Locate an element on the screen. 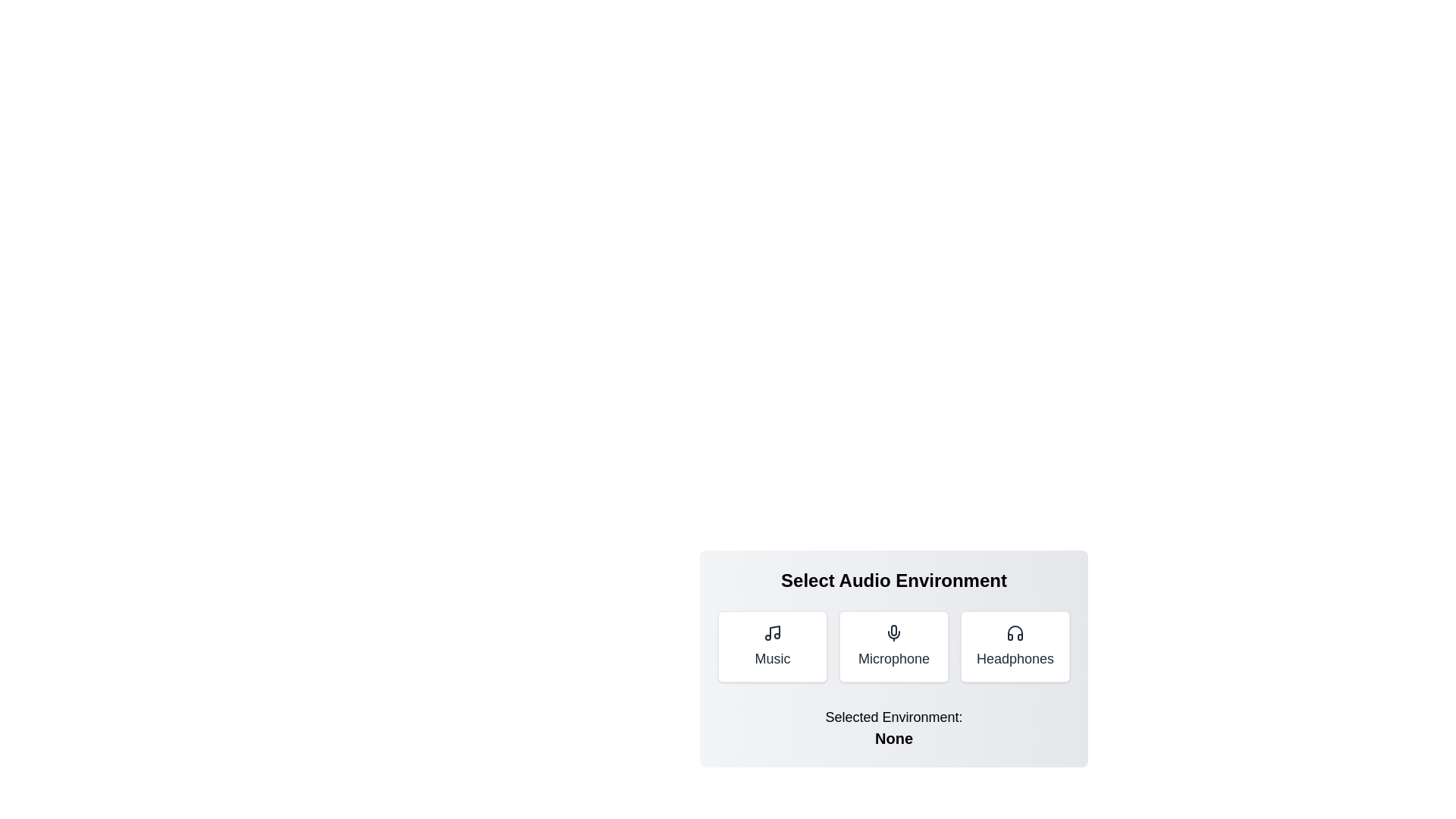  the selection panel containing buttons for 'Music', 'Microphone', and 'Headphones' is located at coordinates (894, 660).